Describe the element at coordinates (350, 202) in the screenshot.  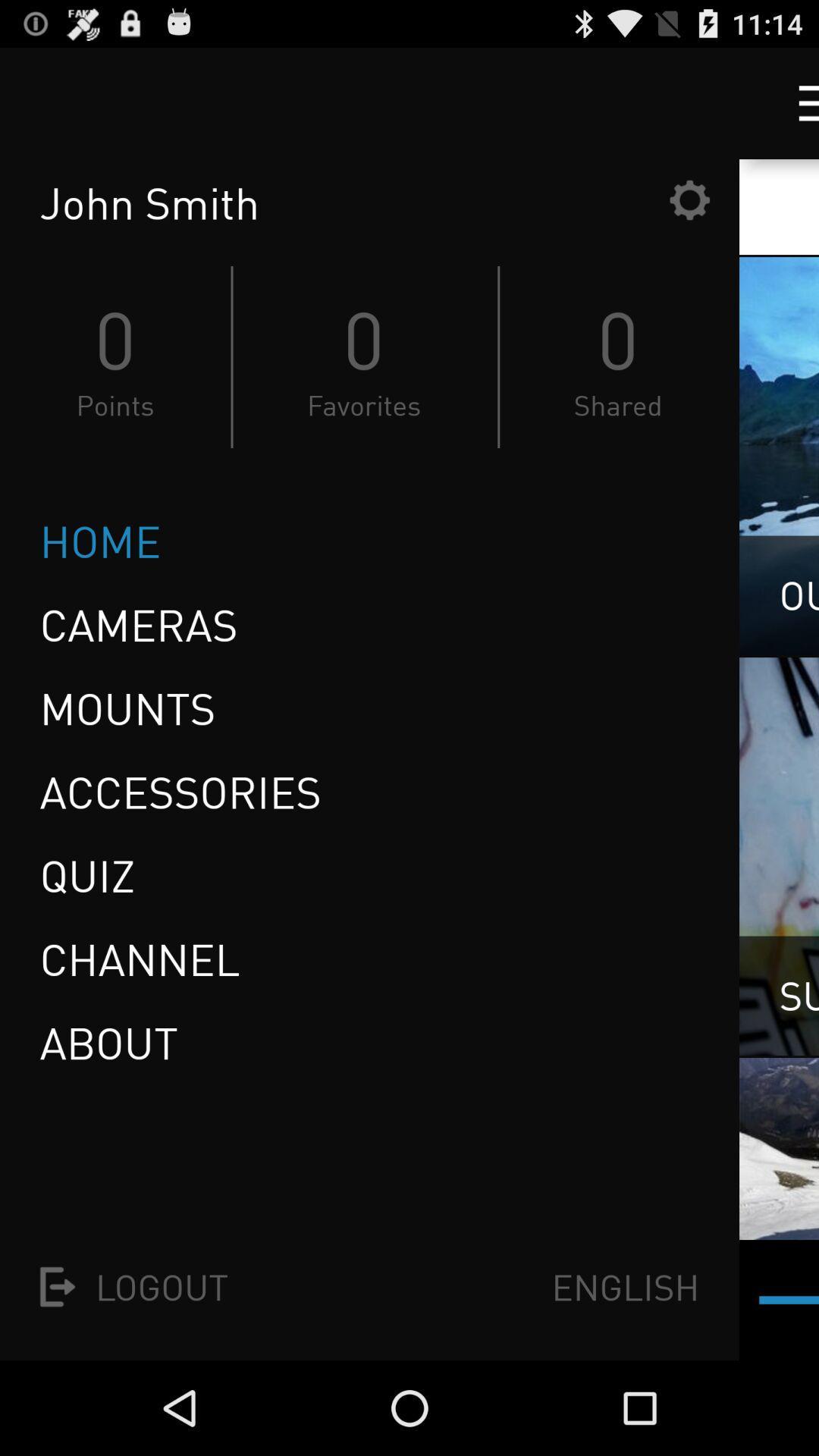
I see `john smith icon` at that location.